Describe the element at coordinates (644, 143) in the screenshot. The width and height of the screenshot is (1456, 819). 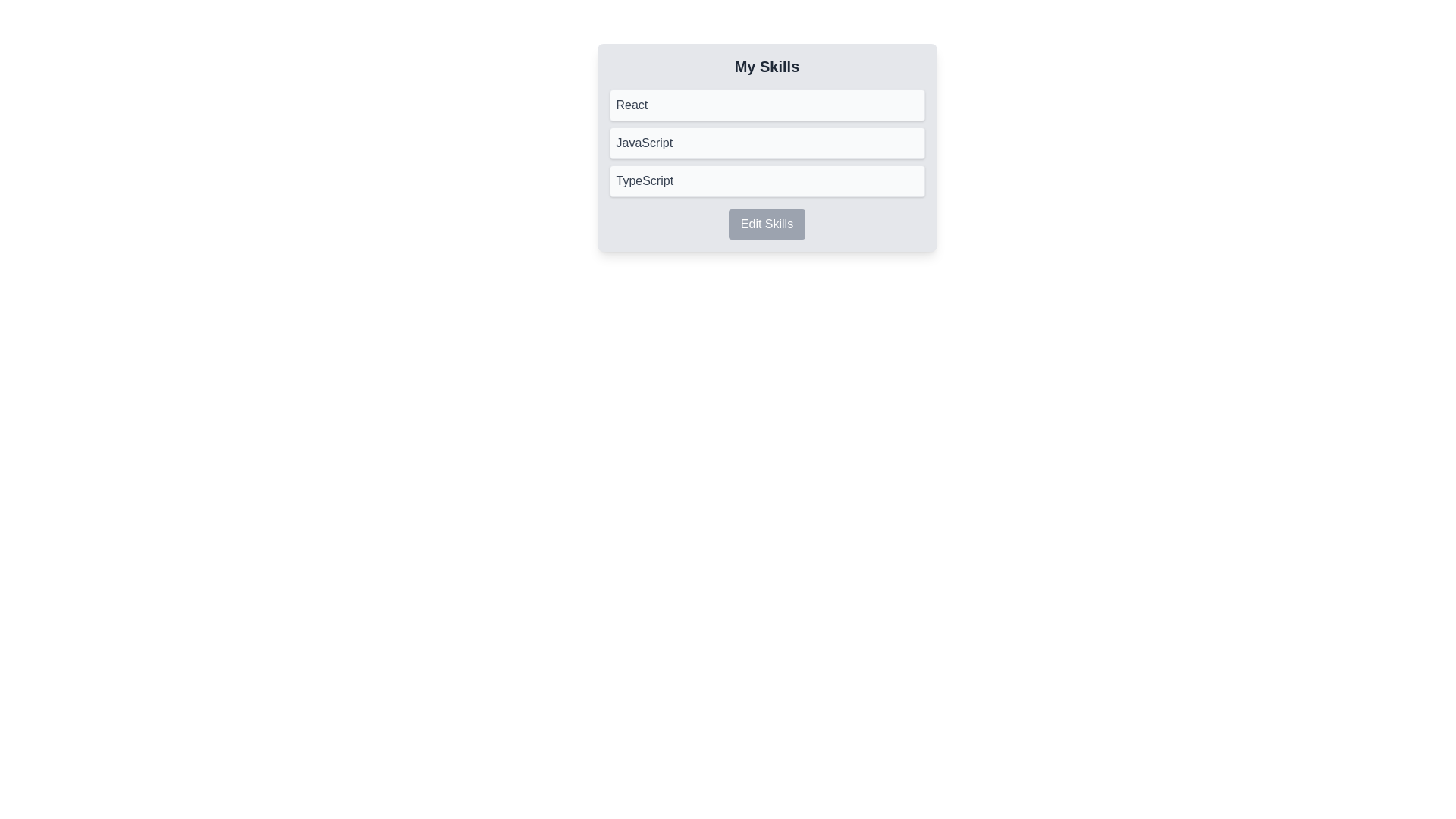
I see `the text label displaying 'JavaScript' in a gray font, located within the second card of a skill listing interface` at that location.